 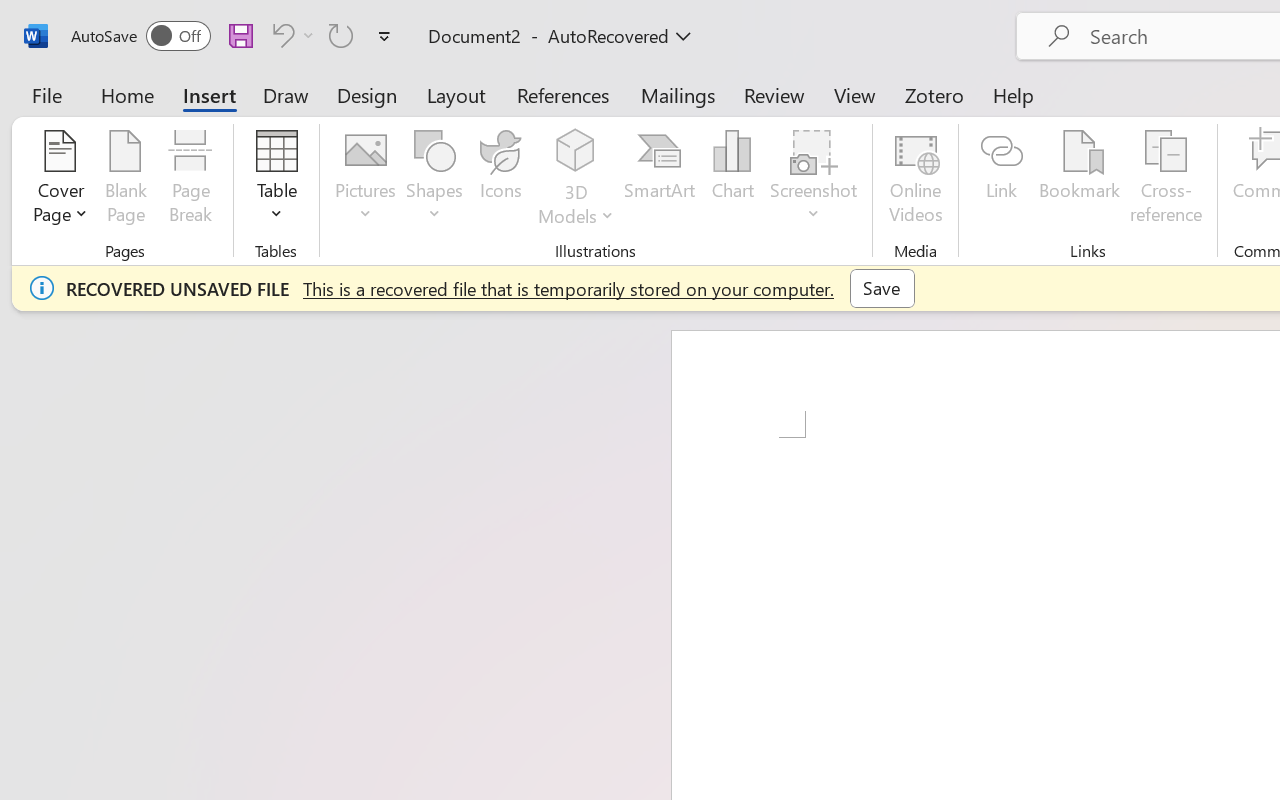 What do you see at coordinates (1166, 179) in the screenshot?
I see `'Cross-reference...'` at bounding box center [1166, 179].